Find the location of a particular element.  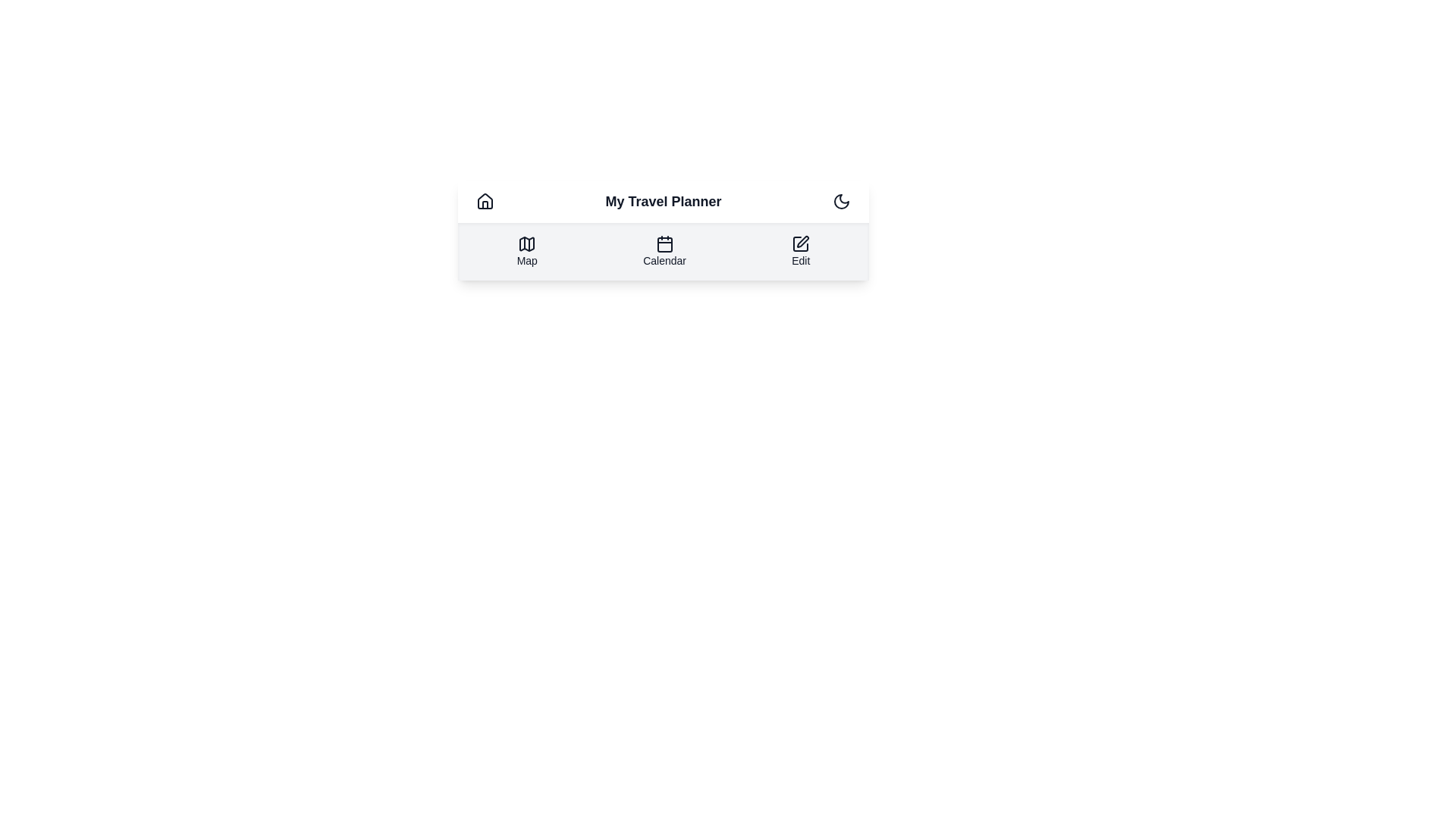

the Edit button to navigate to the corresponding section is located at coordinates (800, 250).